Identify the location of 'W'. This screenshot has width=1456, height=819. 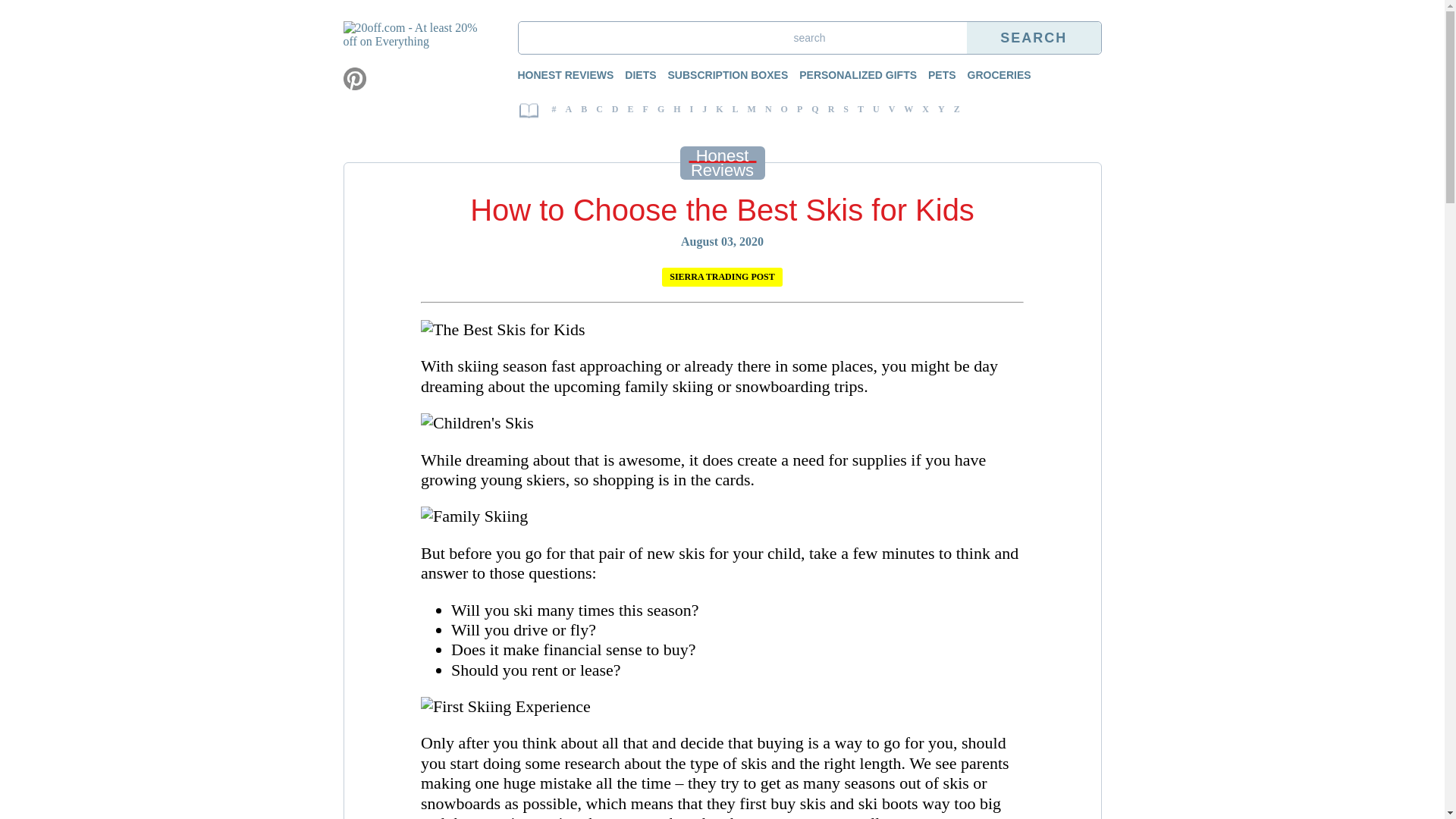
(908, 108).